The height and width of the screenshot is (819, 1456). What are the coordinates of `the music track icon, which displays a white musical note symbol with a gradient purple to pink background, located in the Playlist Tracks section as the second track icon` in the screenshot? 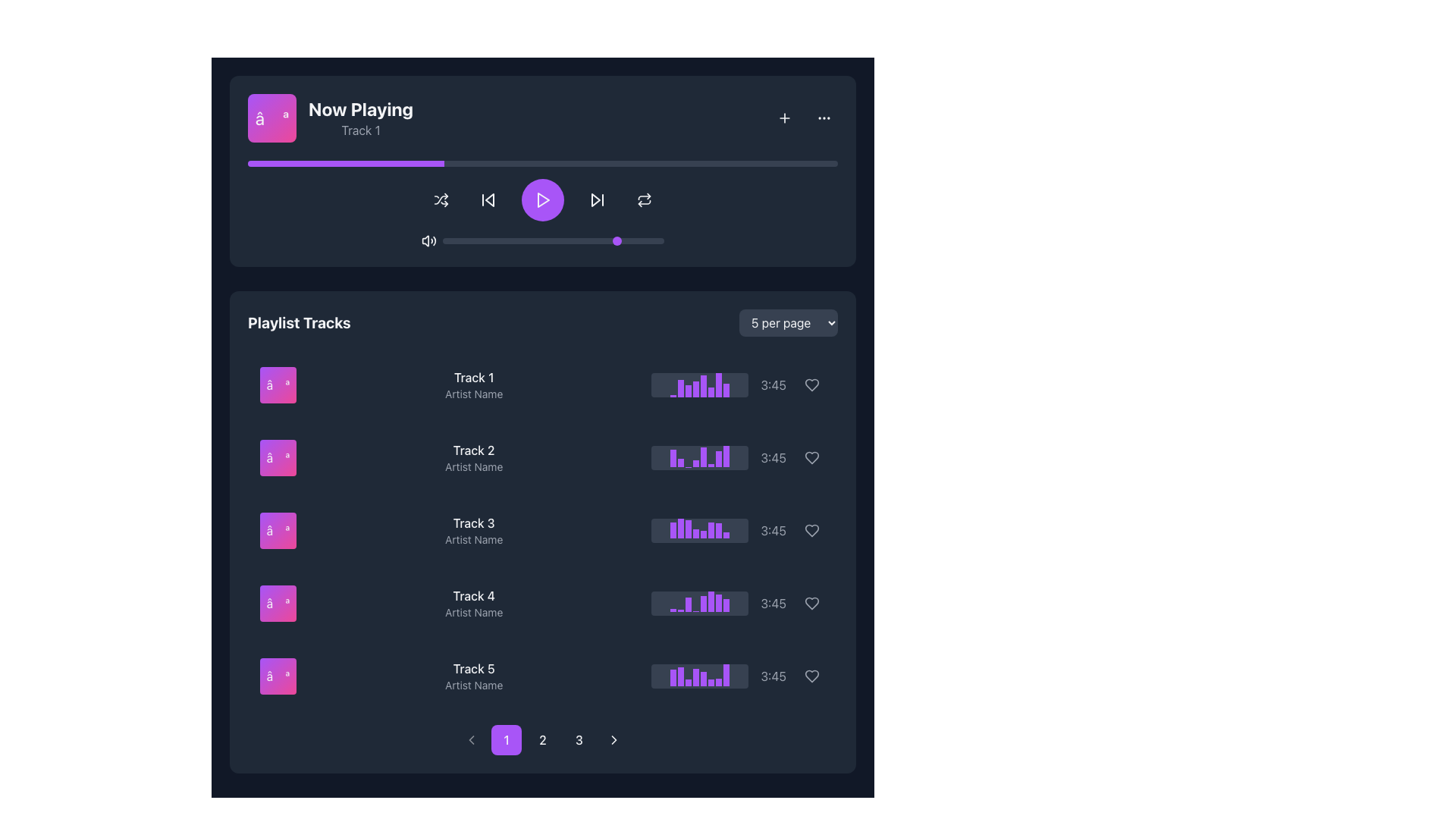 It's located at (278, 457).